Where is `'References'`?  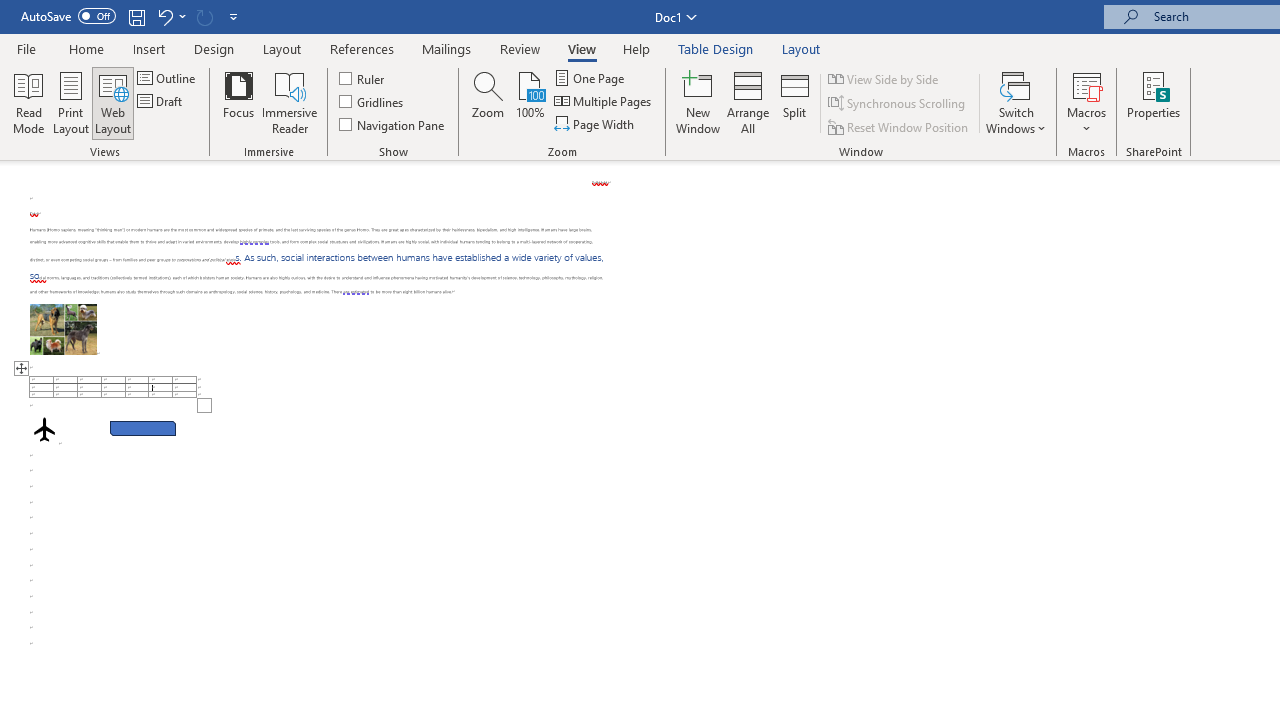
'References' is located at coordinates (362, 48).